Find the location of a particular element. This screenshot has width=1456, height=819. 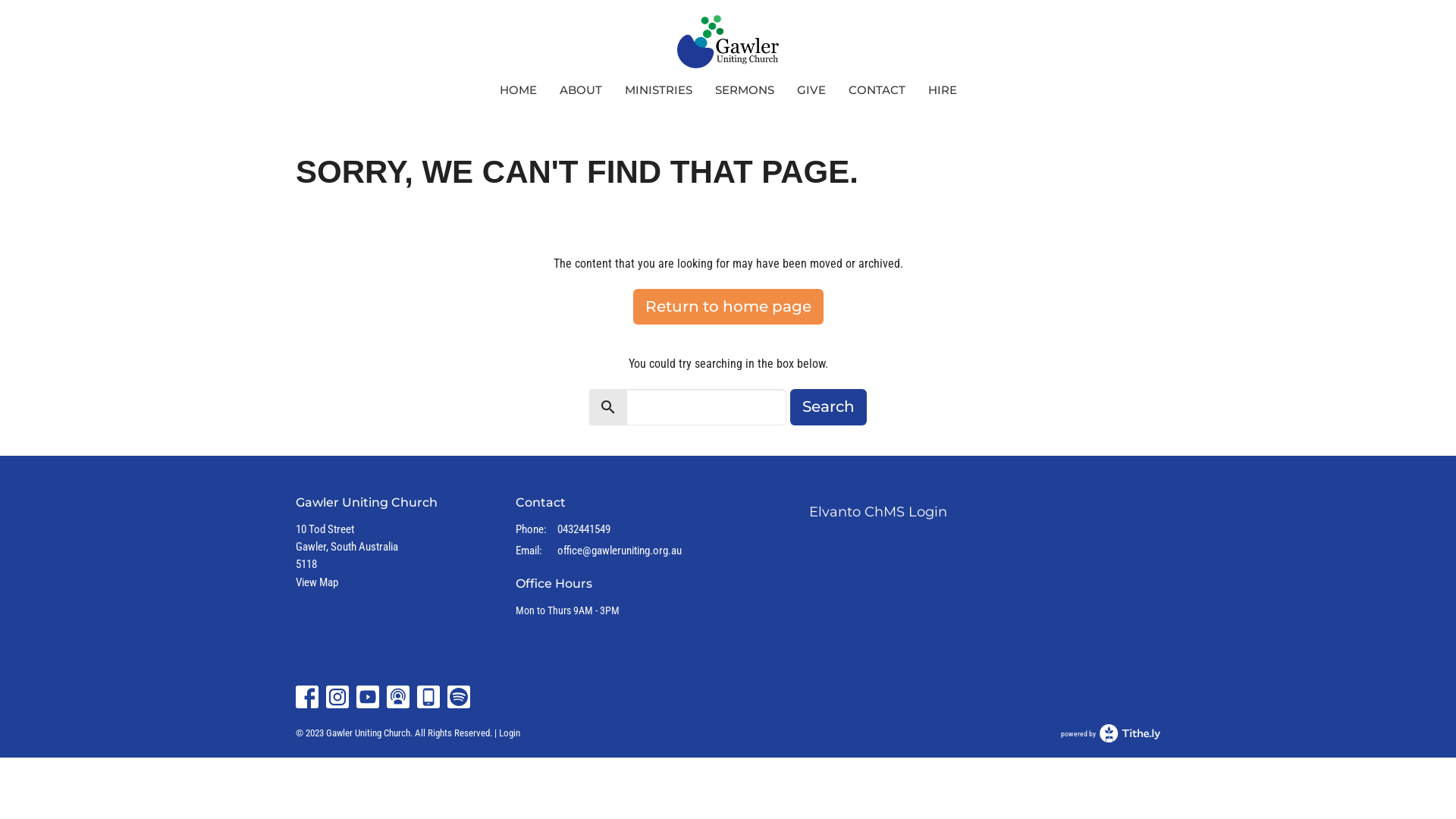

'Login' is located at coordinates (498, 732).